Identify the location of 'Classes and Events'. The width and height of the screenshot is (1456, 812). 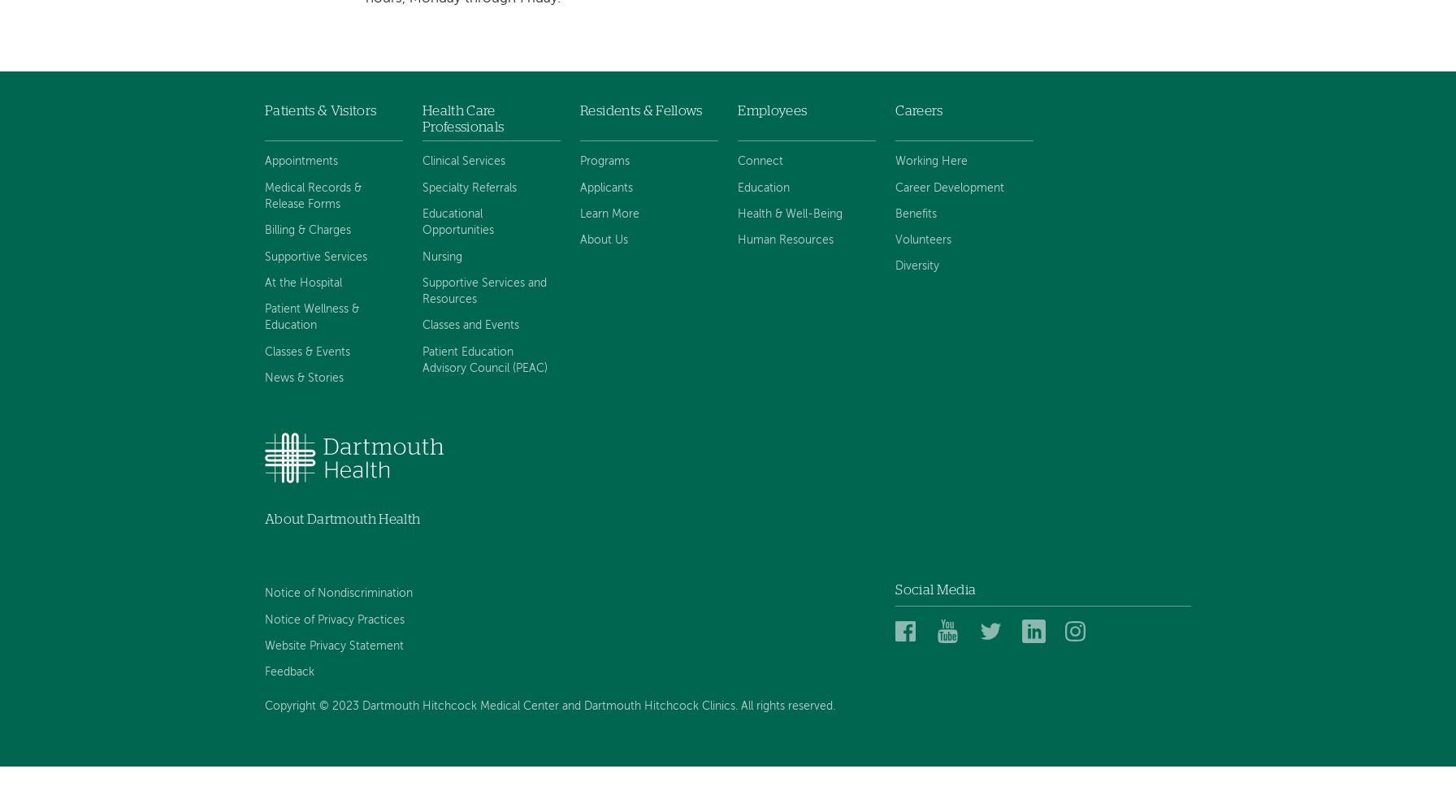
(422, 326).